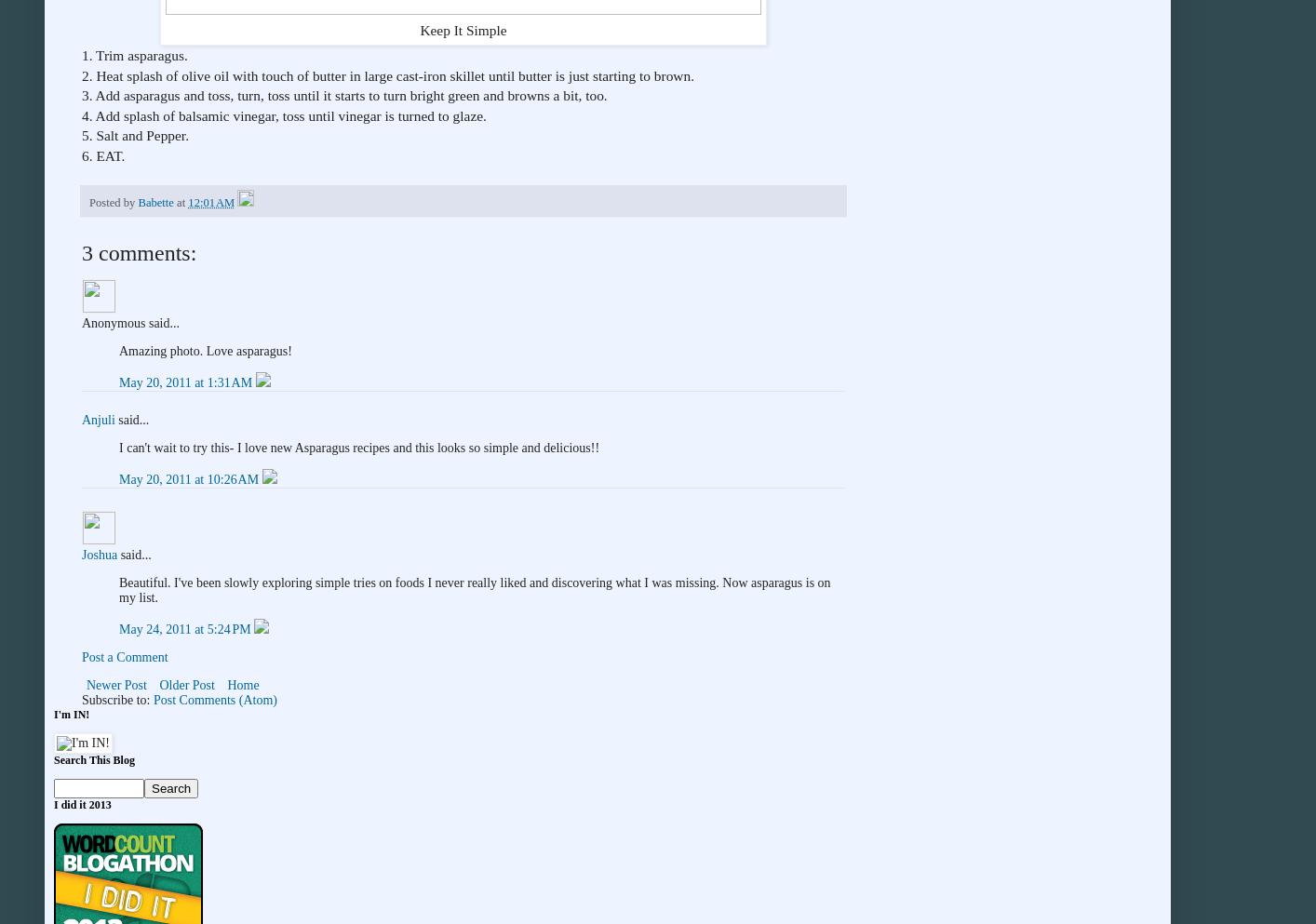 The width and height of the screenshot is (1316, 924). Describe the element at coordinates (282, 114) in the screenshot. I see `'4. Add splash of balsamic vinegar, toss until vinegar is turned to glaze.'` at that location.